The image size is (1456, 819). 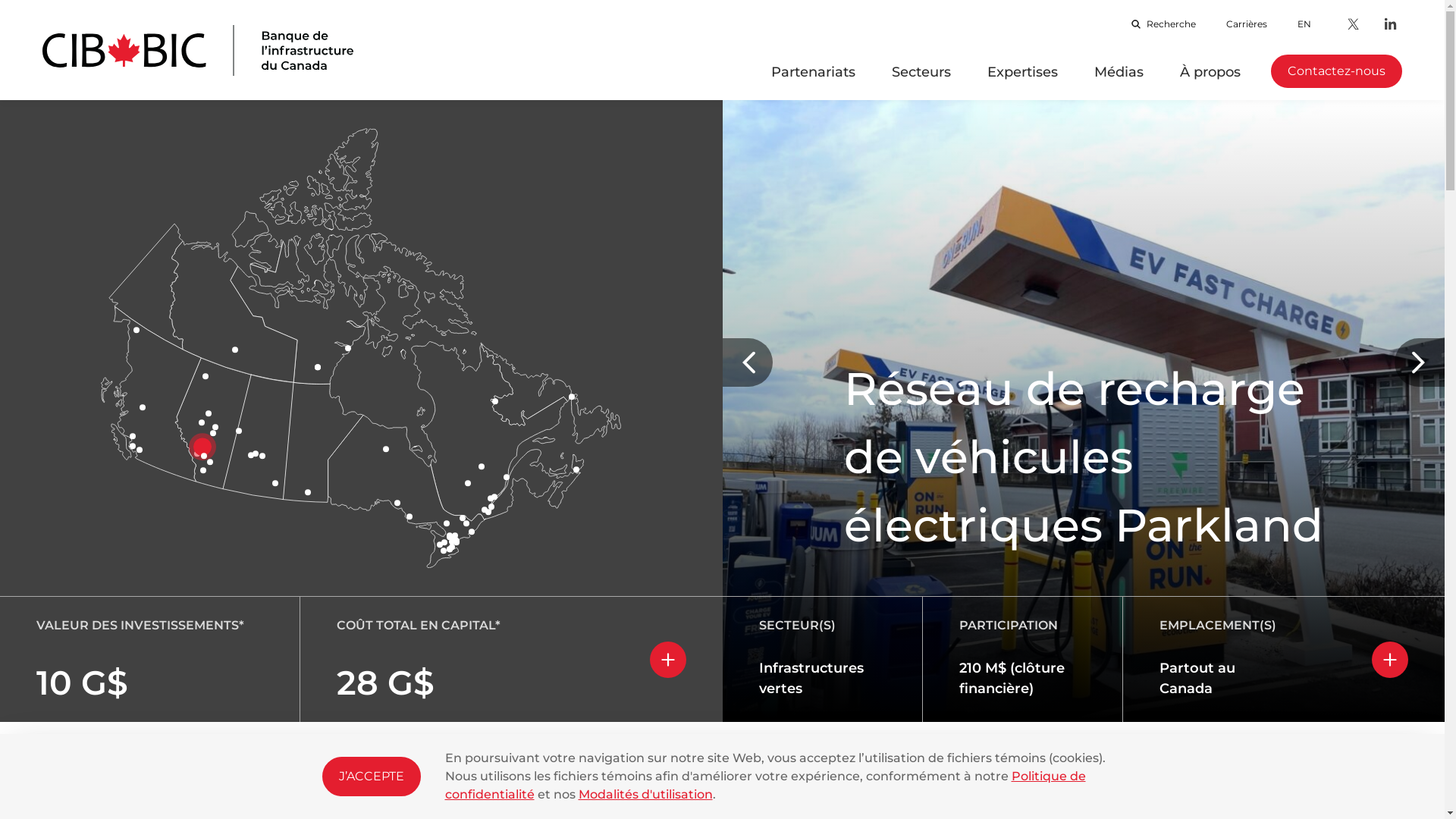 I want to click on 'Secteurs', so click(x=920, y=81).